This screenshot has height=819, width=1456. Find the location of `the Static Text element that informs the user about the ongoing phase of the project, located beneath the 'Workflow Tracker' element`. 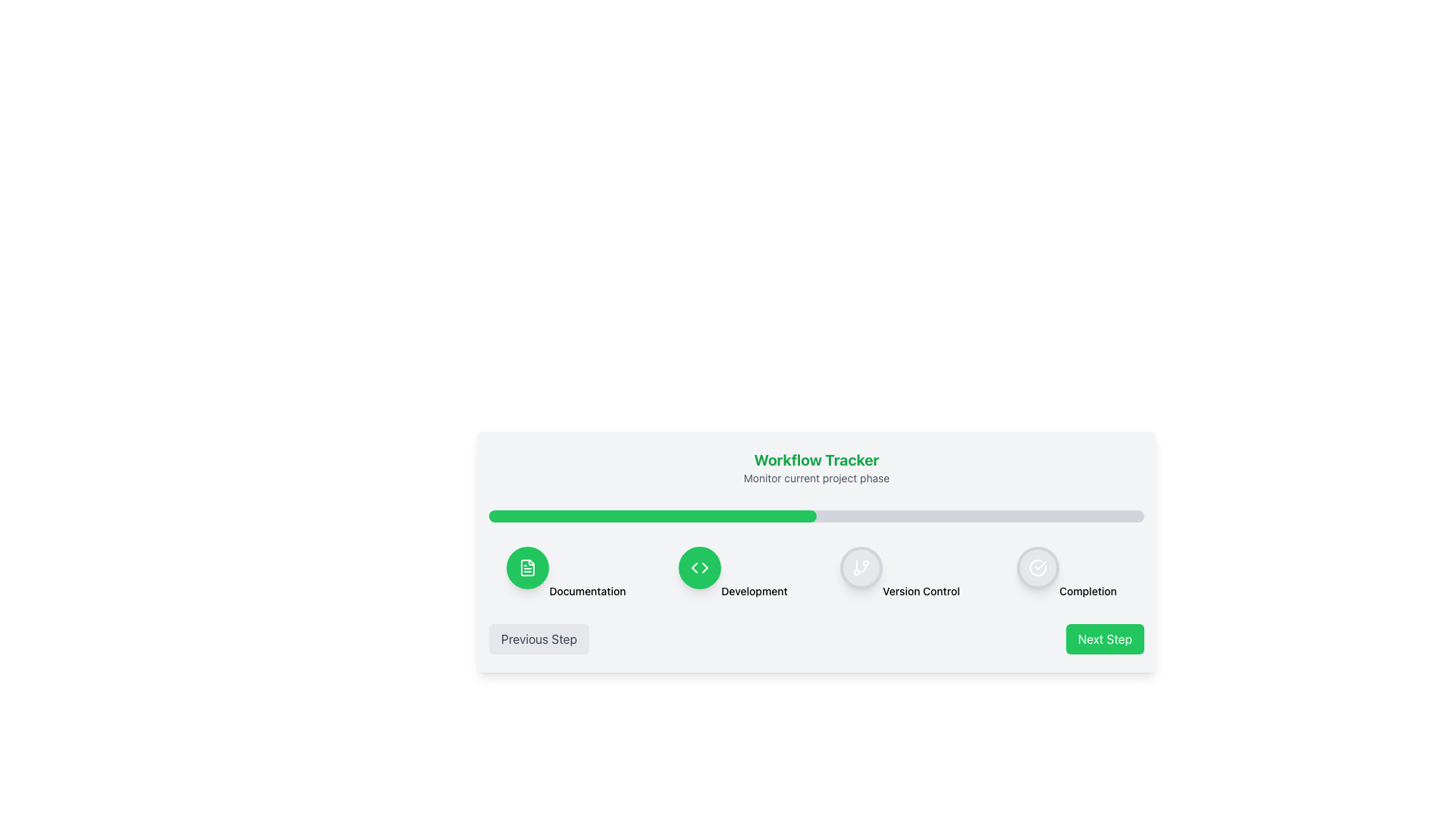

the Static Text element that informs the user about the ongoing phase of the project, located beneath the 'Workflow Tracker' element is located at coordinates (815, 479).